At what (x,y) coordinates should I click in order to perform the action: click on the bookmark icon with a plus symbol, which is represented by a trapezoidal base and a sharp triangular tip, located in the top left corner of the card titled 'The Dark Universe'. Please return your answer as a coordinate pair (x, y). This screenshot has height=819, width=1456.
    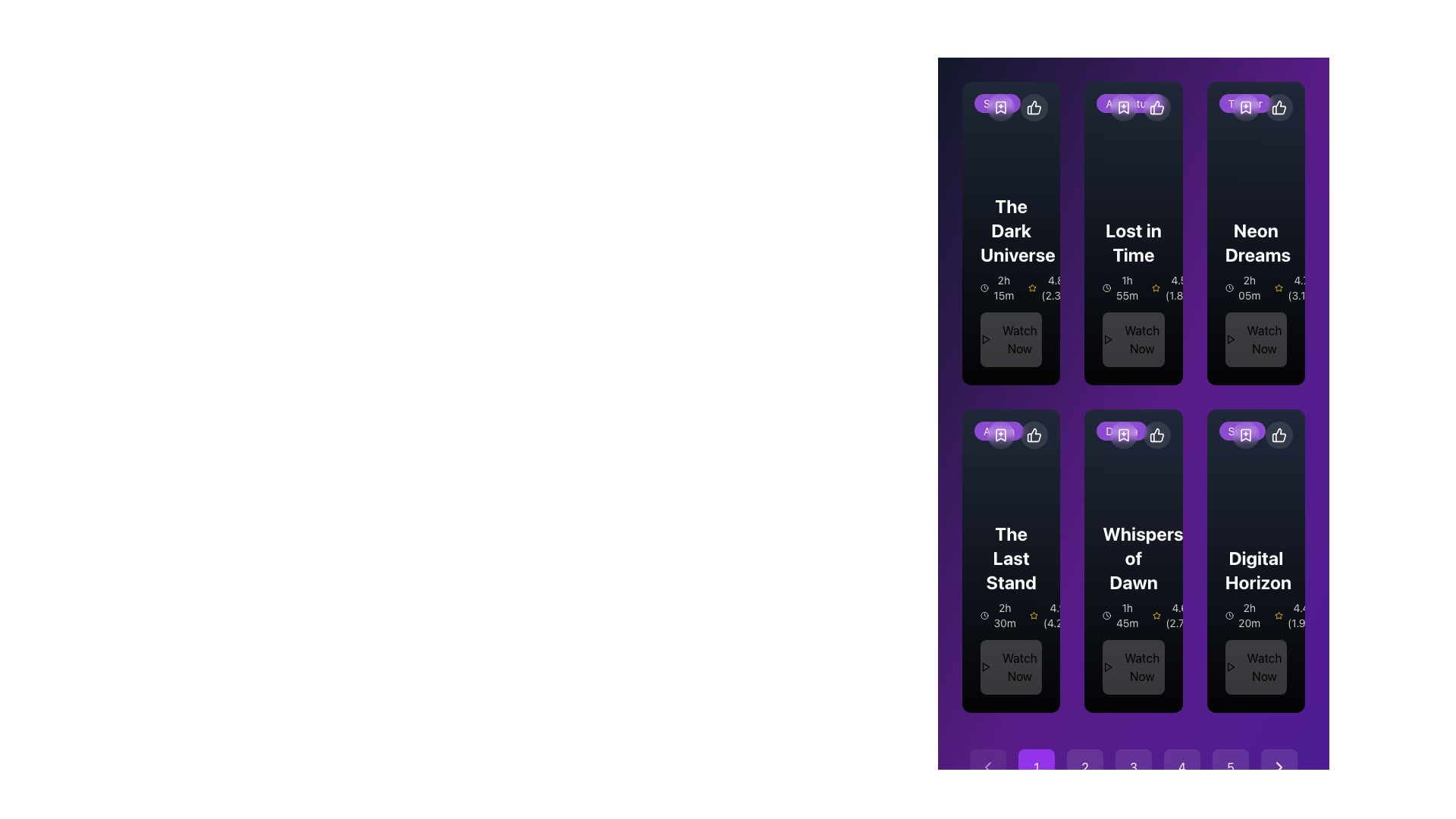
    Looking at the image, I should click on (1001, 107).